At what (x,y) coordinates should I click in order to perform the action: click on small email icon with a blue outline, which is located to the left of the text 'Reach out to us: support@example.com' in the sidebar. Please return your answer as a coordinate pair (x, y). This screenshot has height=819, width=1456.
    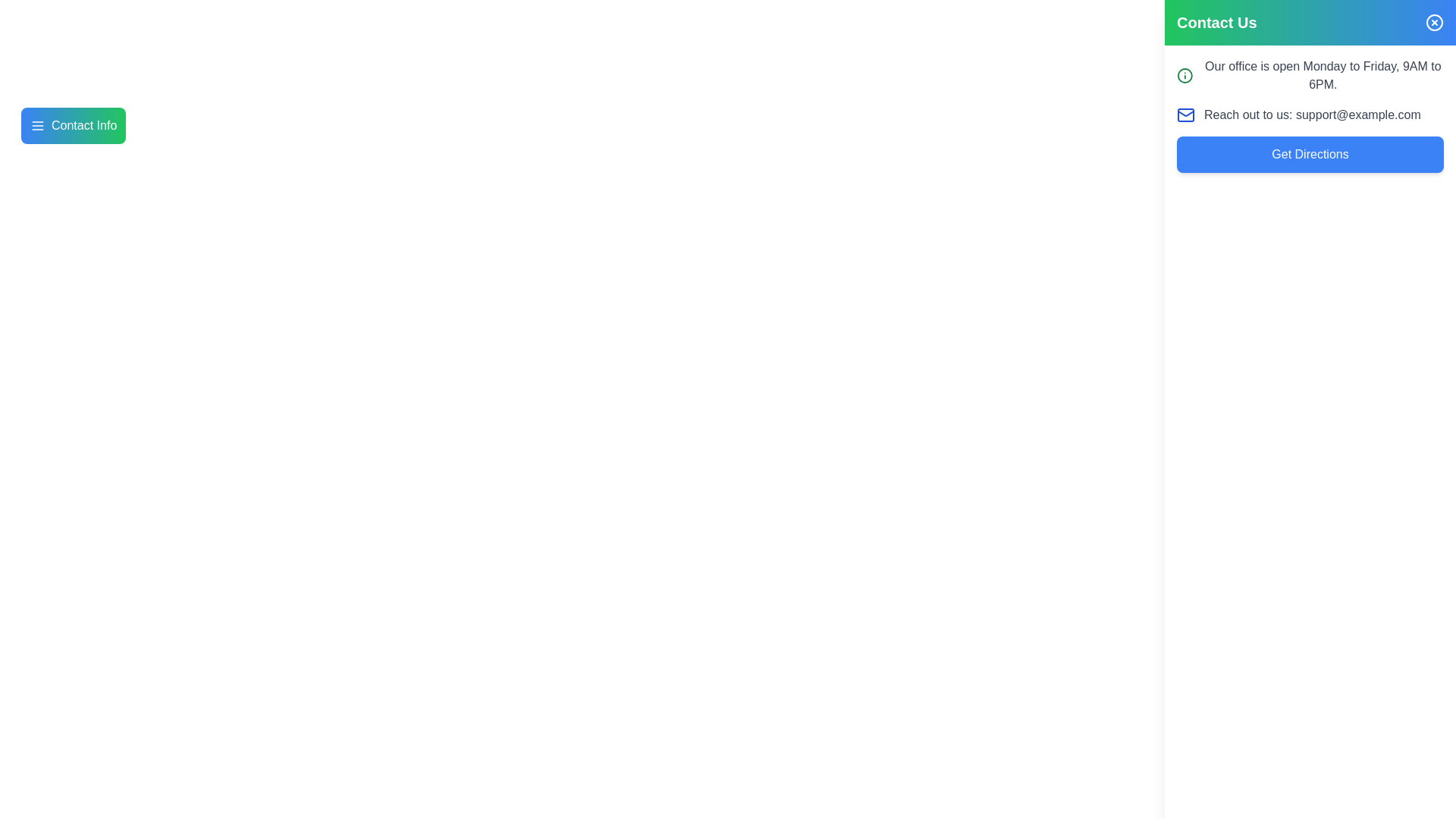
    Looking at the image, I should click on (1185, 114).